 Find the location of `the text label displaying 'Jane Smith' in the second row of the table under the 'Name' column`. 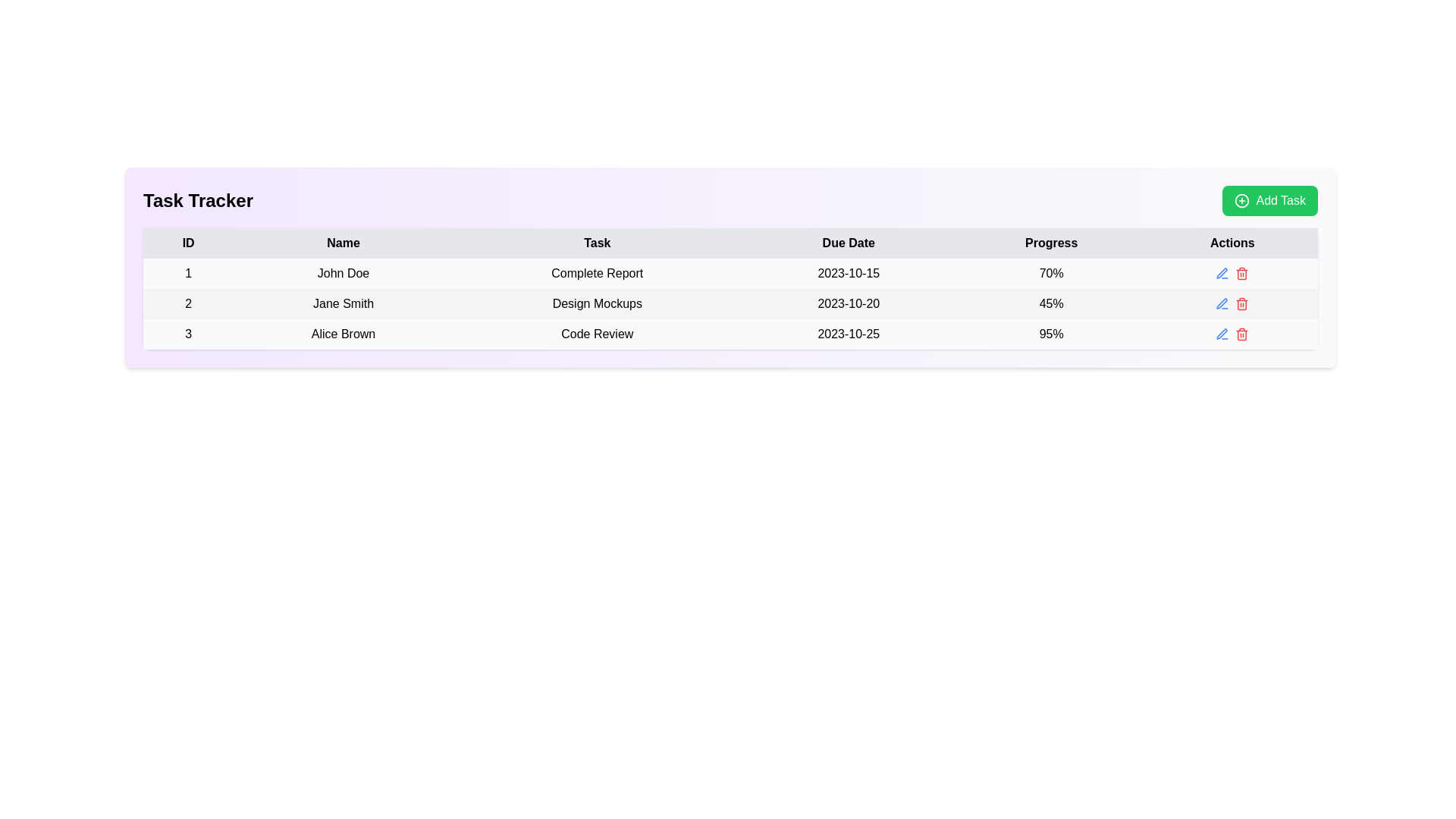

the text label displaying 'Jane Smith' in the second row of the table under the 'Name' column is located at coordinates (342, 304).